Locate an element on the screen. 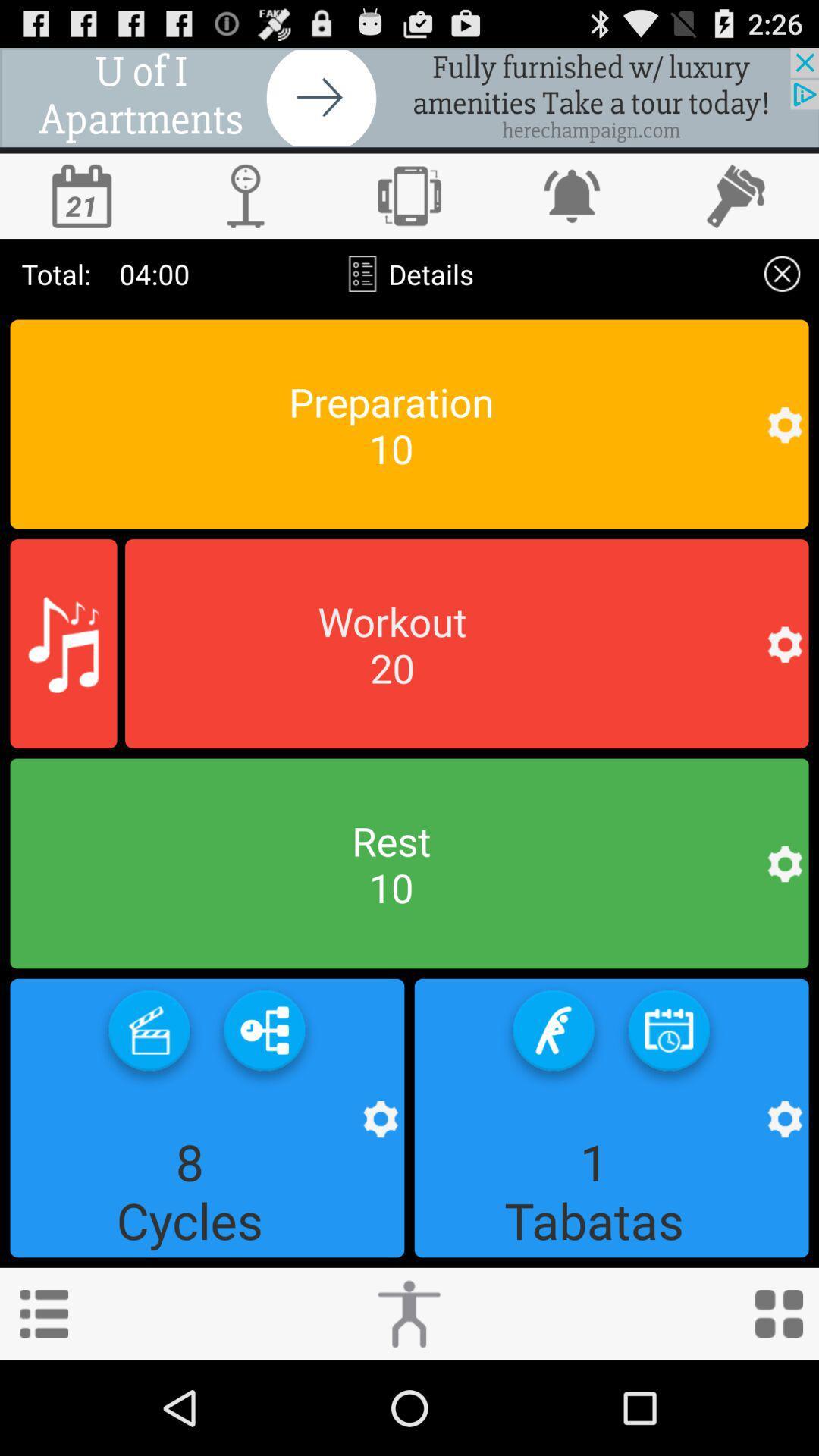 The image size is (819, 1456). change date is located at coordinates (82, 195).